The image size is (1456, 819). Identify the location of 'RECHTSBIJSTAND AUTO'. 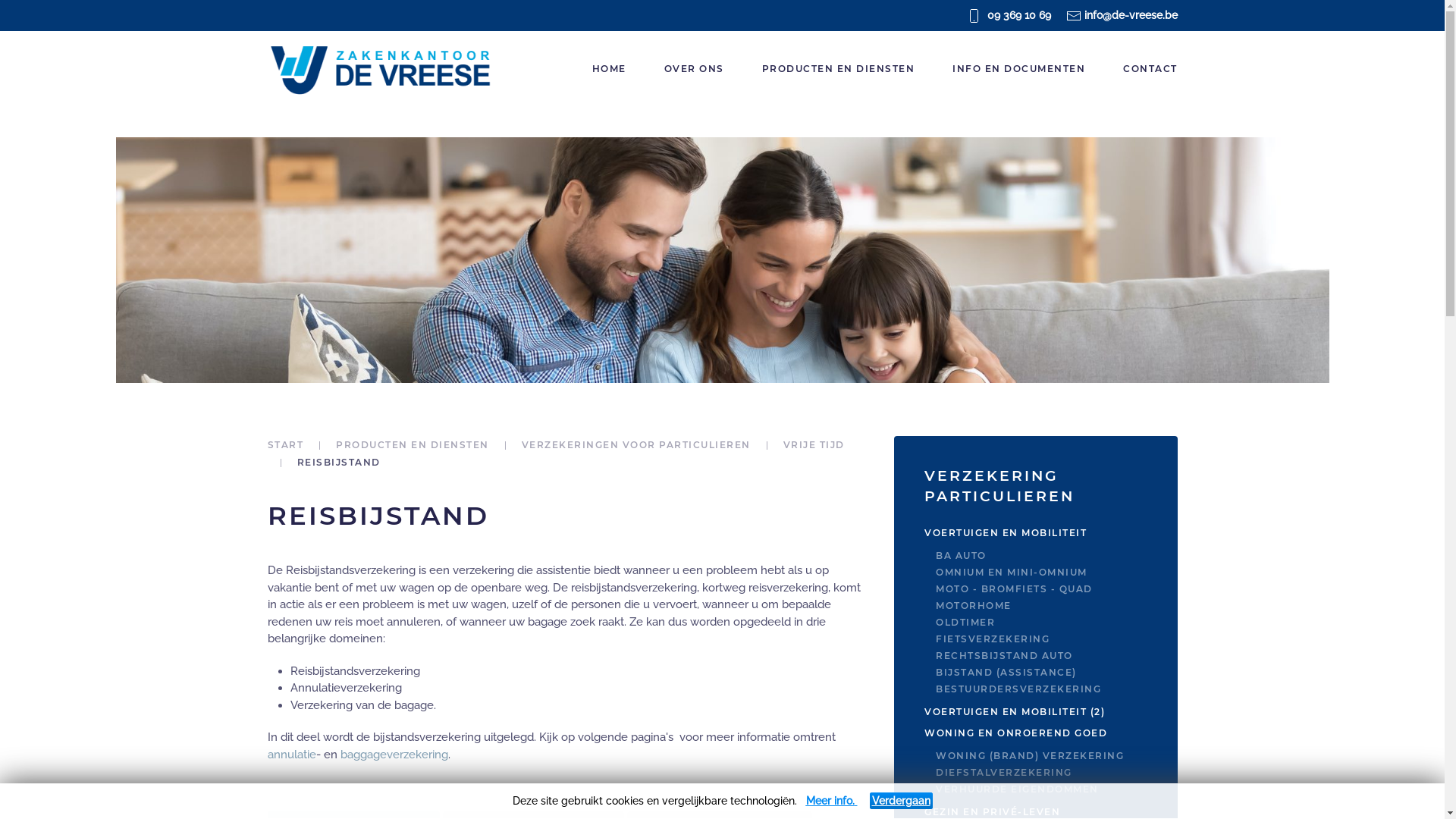
(934, 654).